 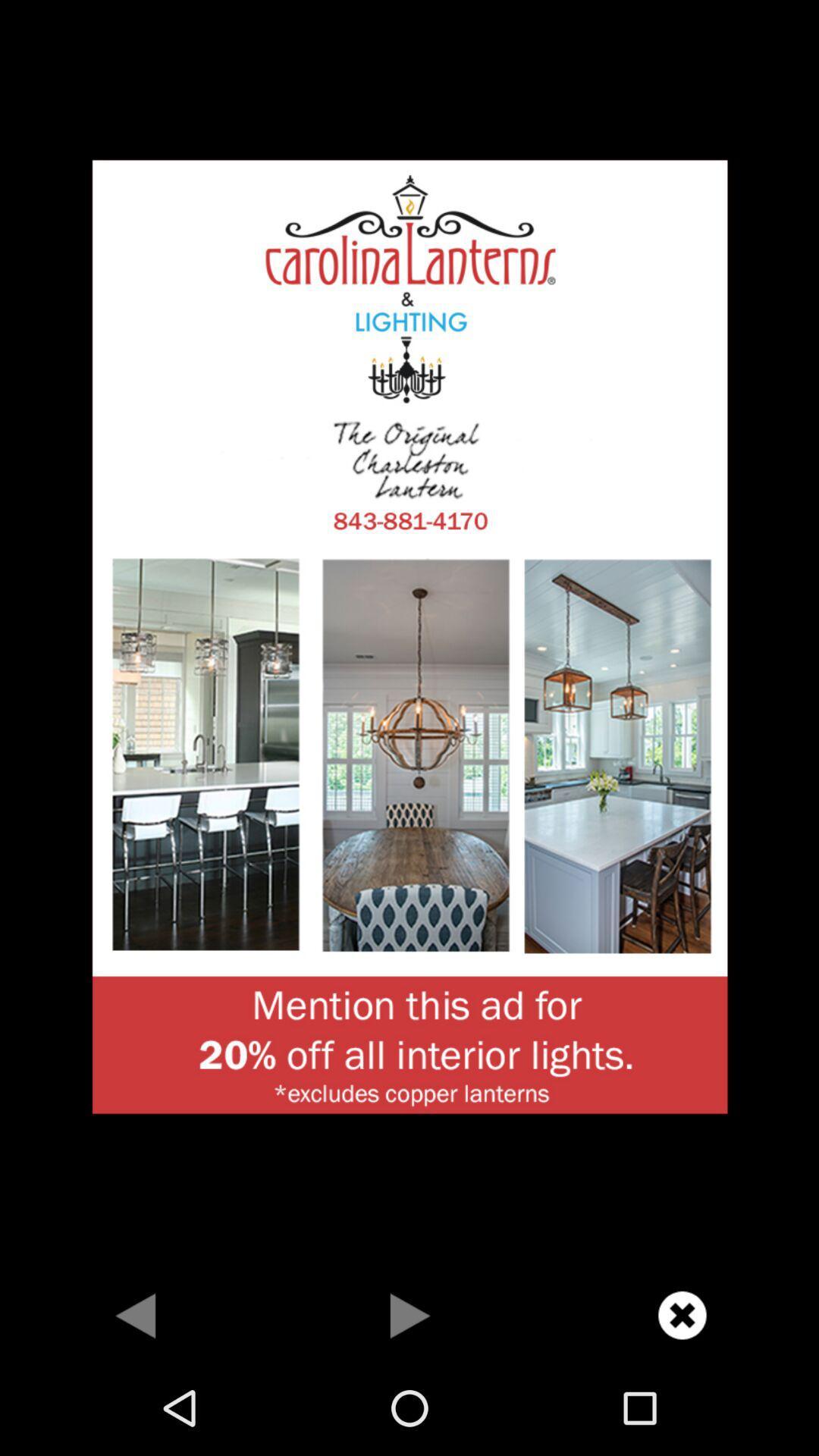 I want to click on cl, so click(x=681, y=1314).